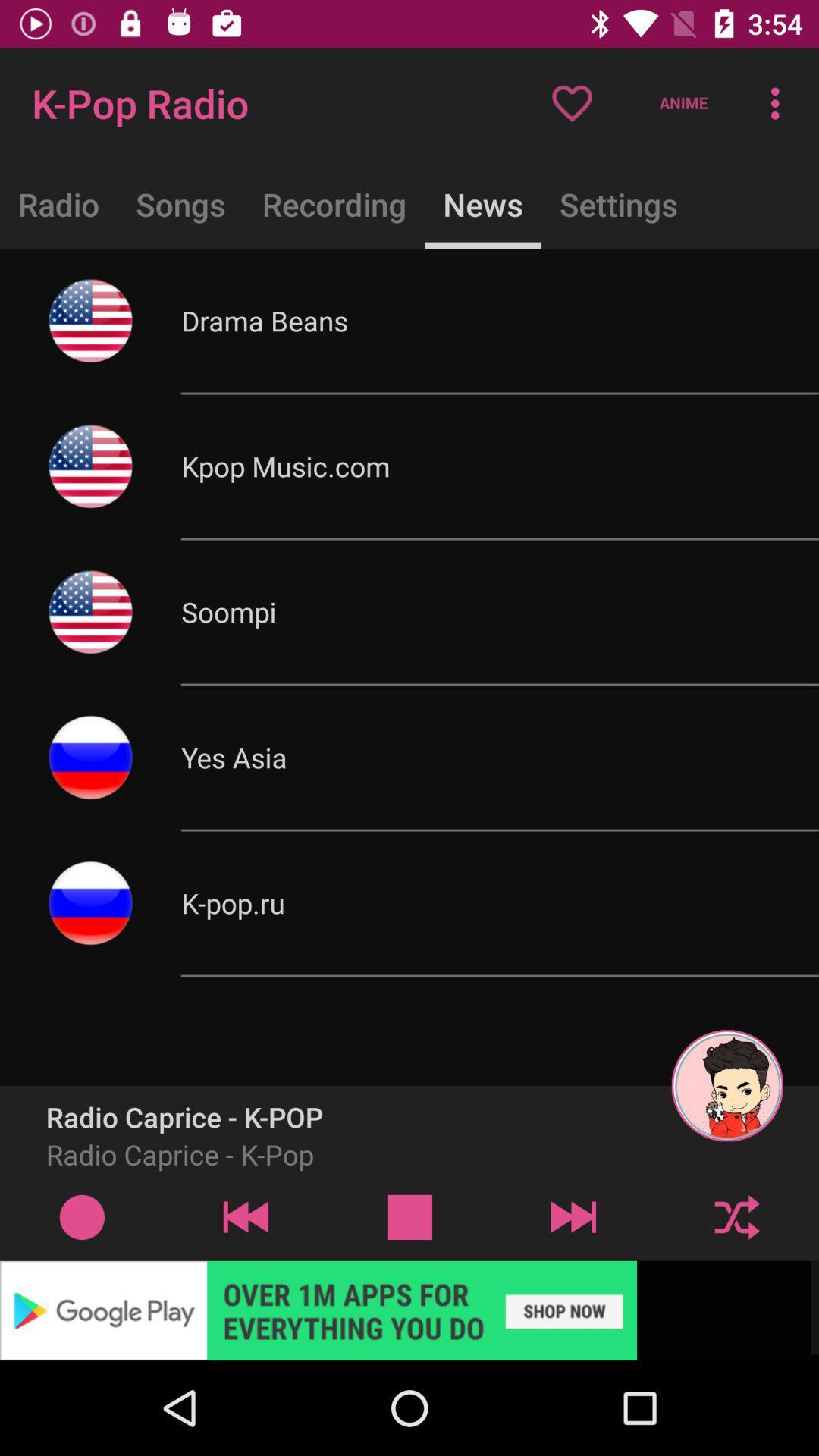 The height and width of the screenshot is (1456, 819). I want to click on rewind, so click(245, 1216).